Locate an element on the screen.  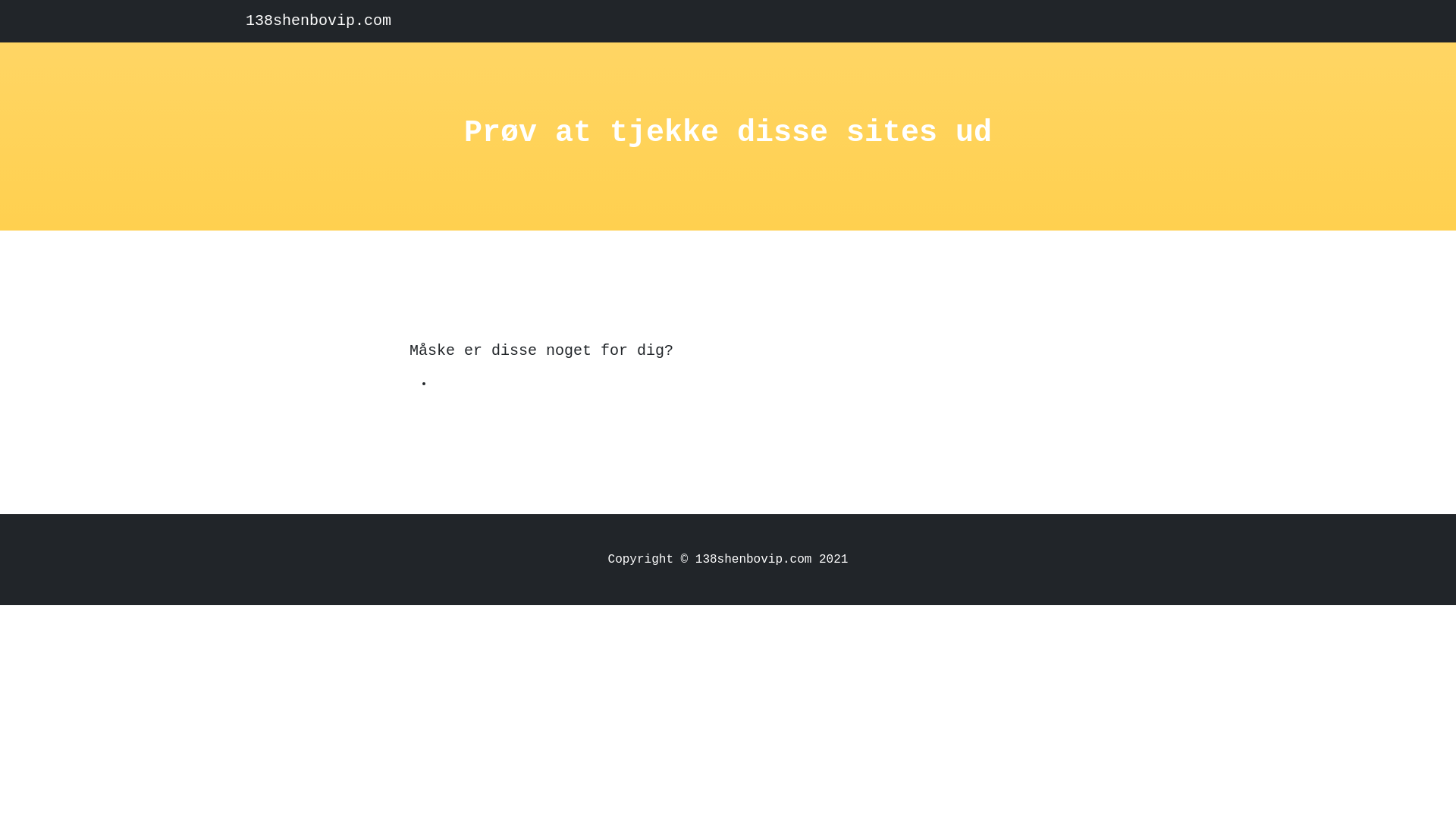
'138shenbovip.com' is located at coordinates (318, 20).